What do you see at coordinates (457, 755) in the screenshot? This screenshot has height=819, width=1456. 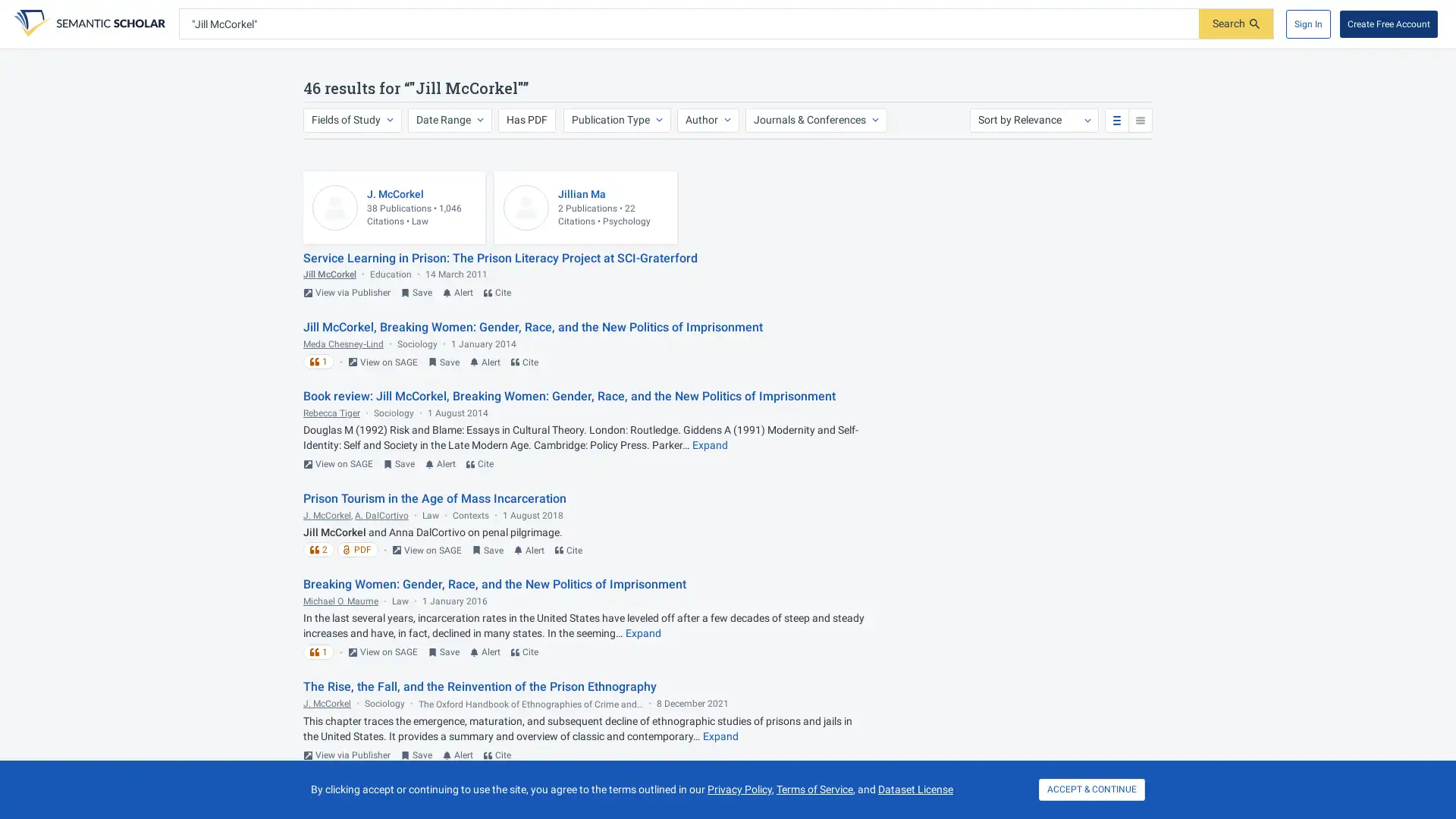 I see `Turn on email alert for this paper` at bounding box center [457, 755].